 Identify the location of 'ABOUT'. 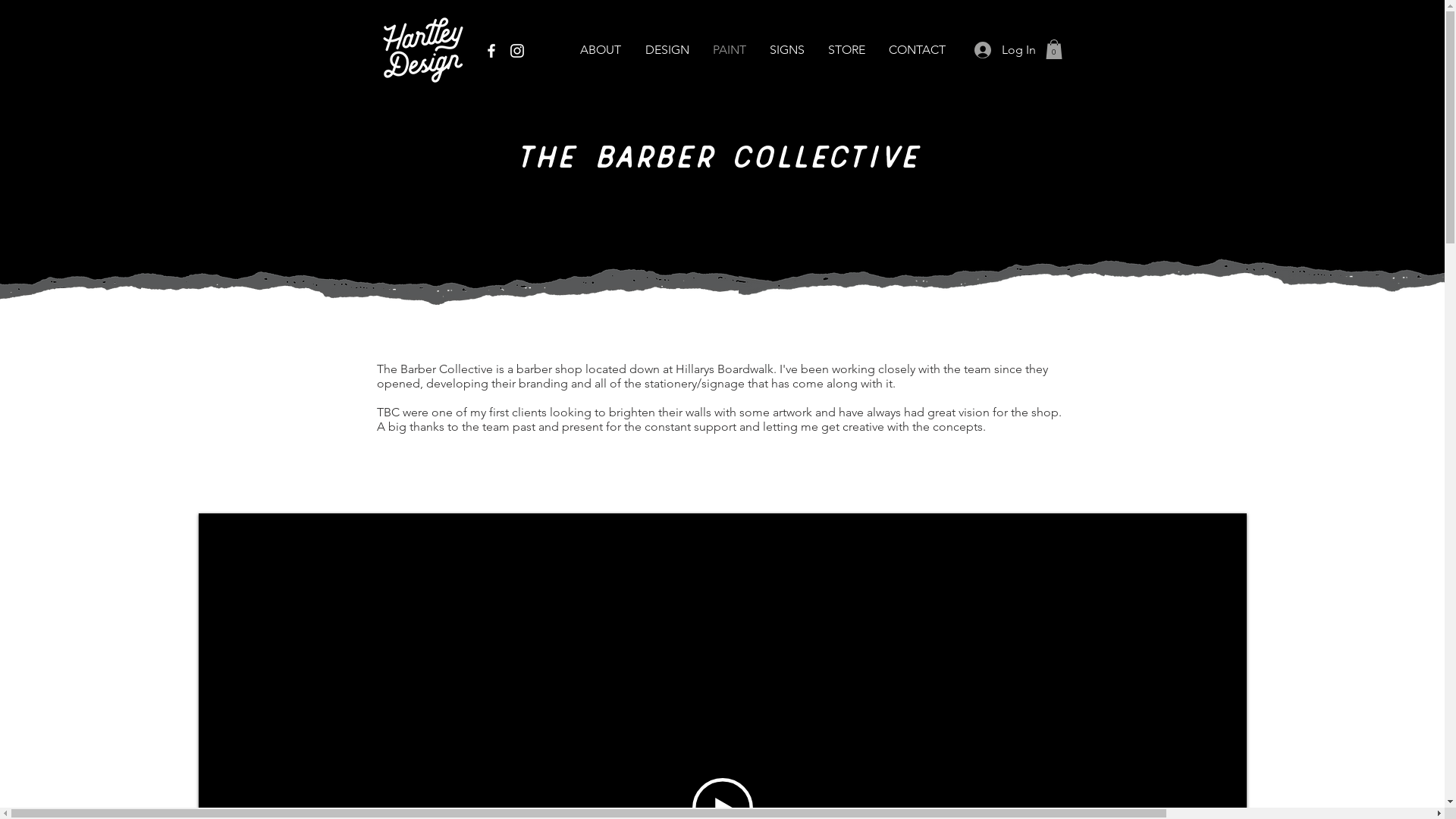
(599, 49).